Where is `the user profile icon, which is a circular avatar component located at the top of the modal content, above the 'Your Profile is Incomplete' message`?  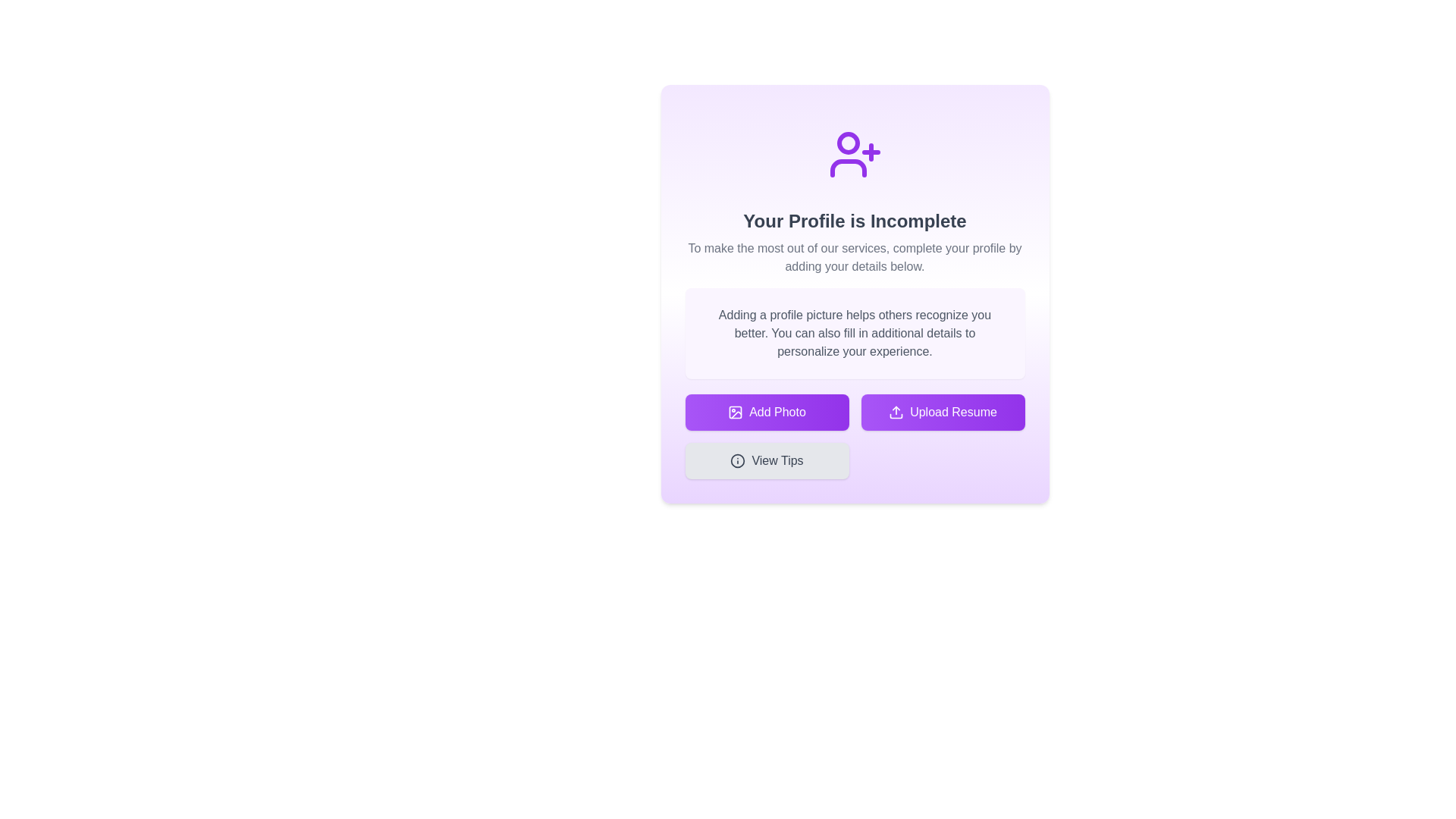 the user profile icon, which is a circular avatar component located at the top of the modal content, above the 'Your Profile is Incomplete' message is located at coordinates (847, 143).